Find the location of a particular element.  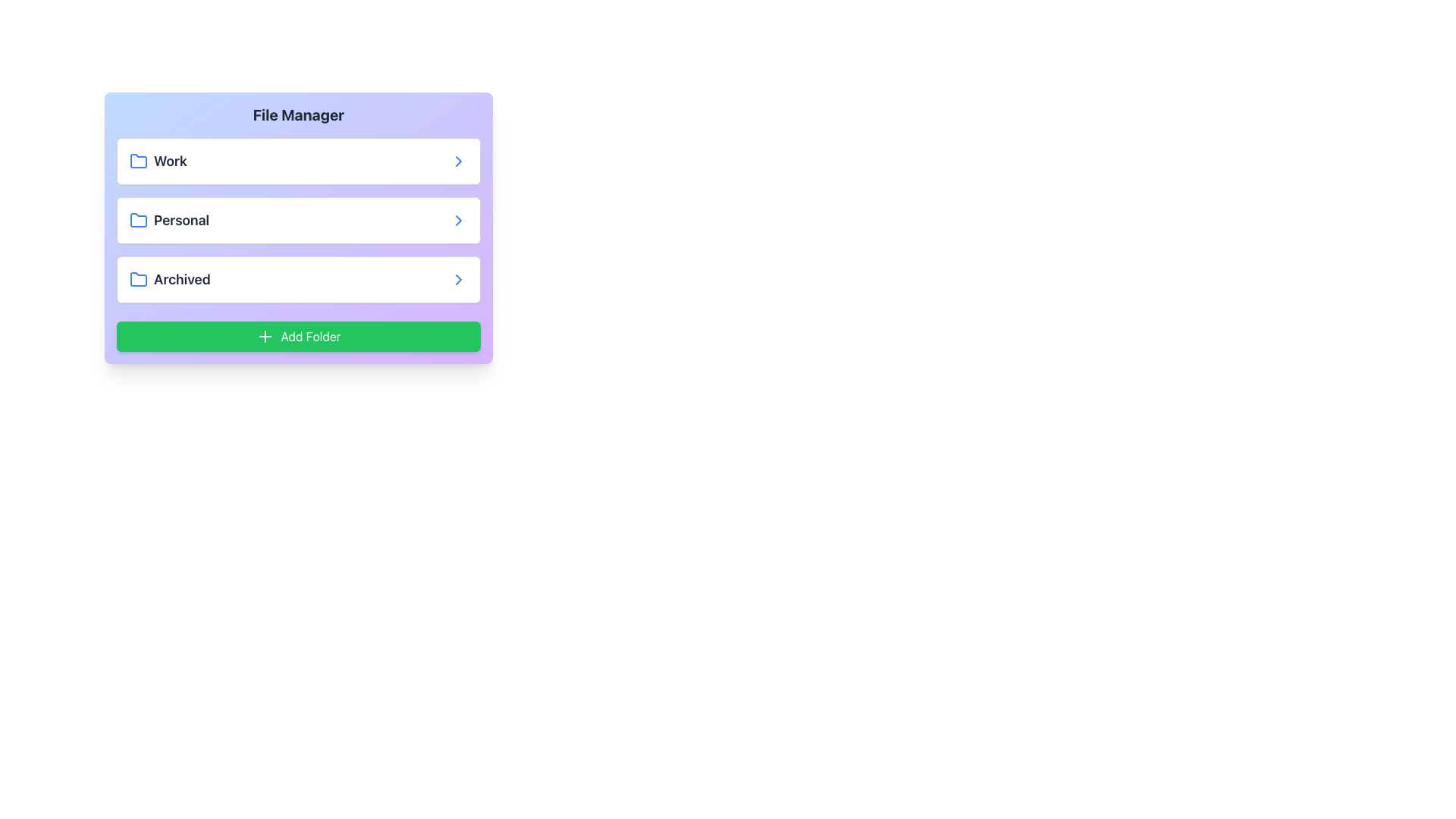

the 'Add Folder' button which contains the 'plus' sign icon, located at the bottom-center of the interface is located at coordinates (265, 335).